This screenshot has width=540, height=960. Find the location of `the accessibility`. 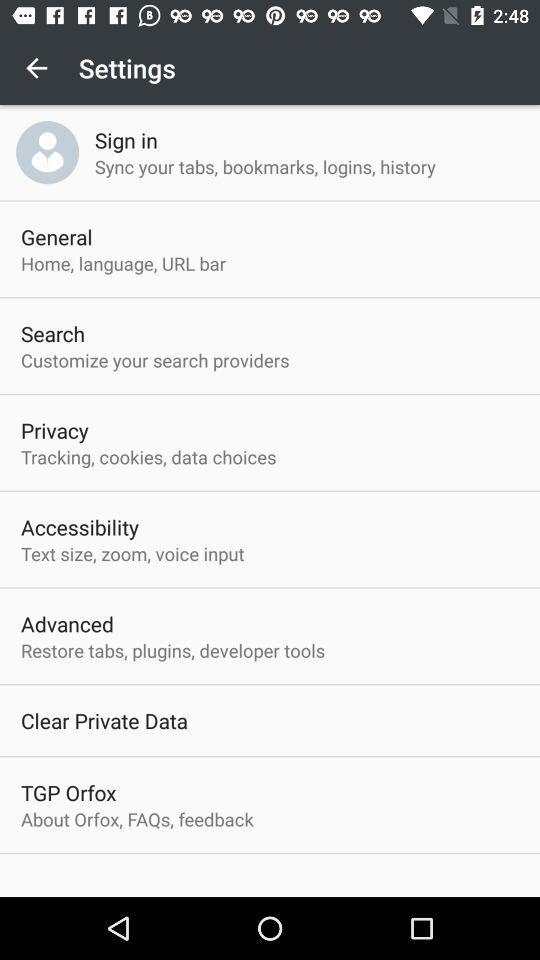

the accessibility is located at coordinates (79, 526).